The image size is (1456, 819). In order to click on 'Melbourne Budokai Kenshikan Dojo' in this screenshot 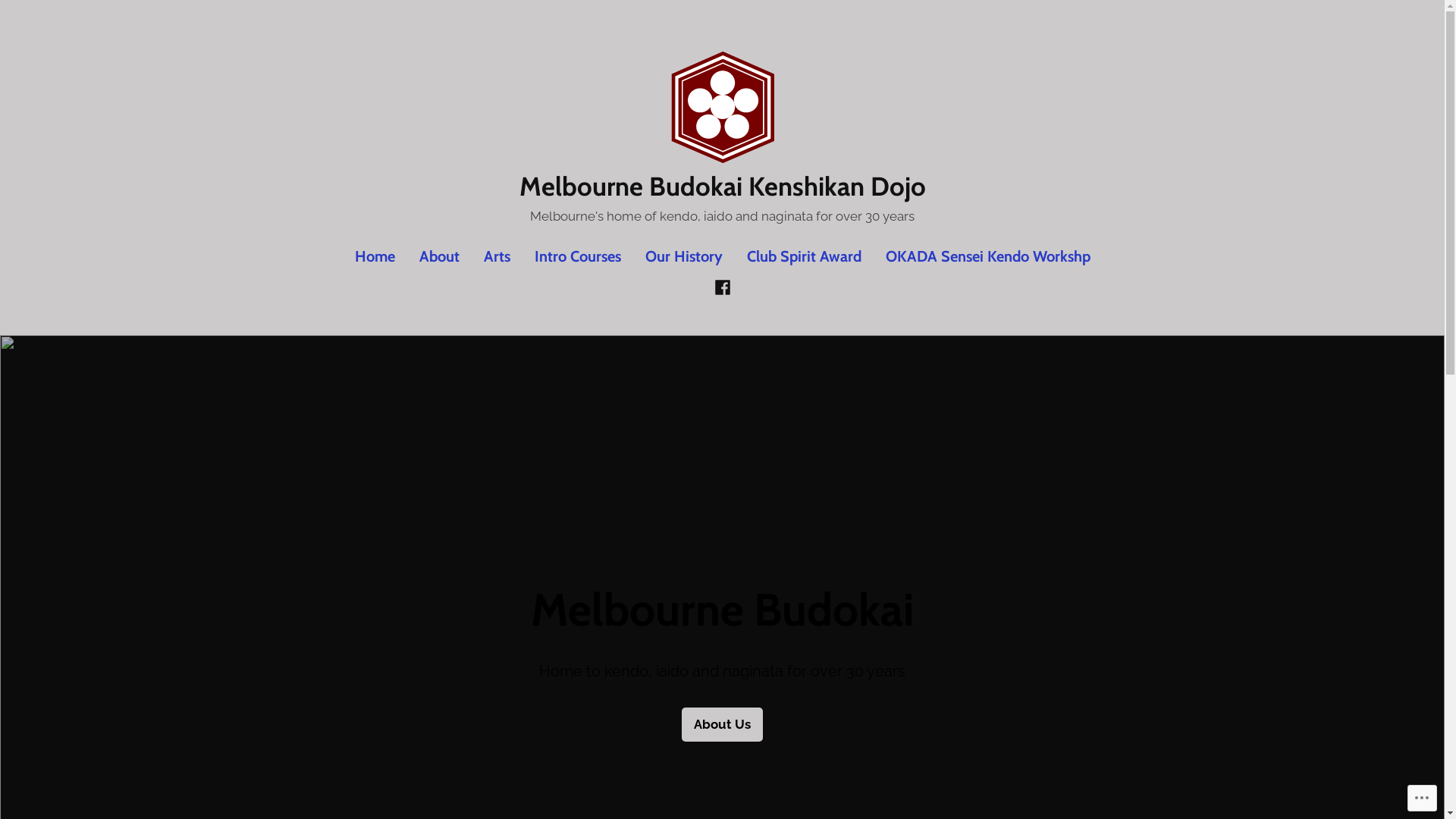, I will do `click(720, 186)`.